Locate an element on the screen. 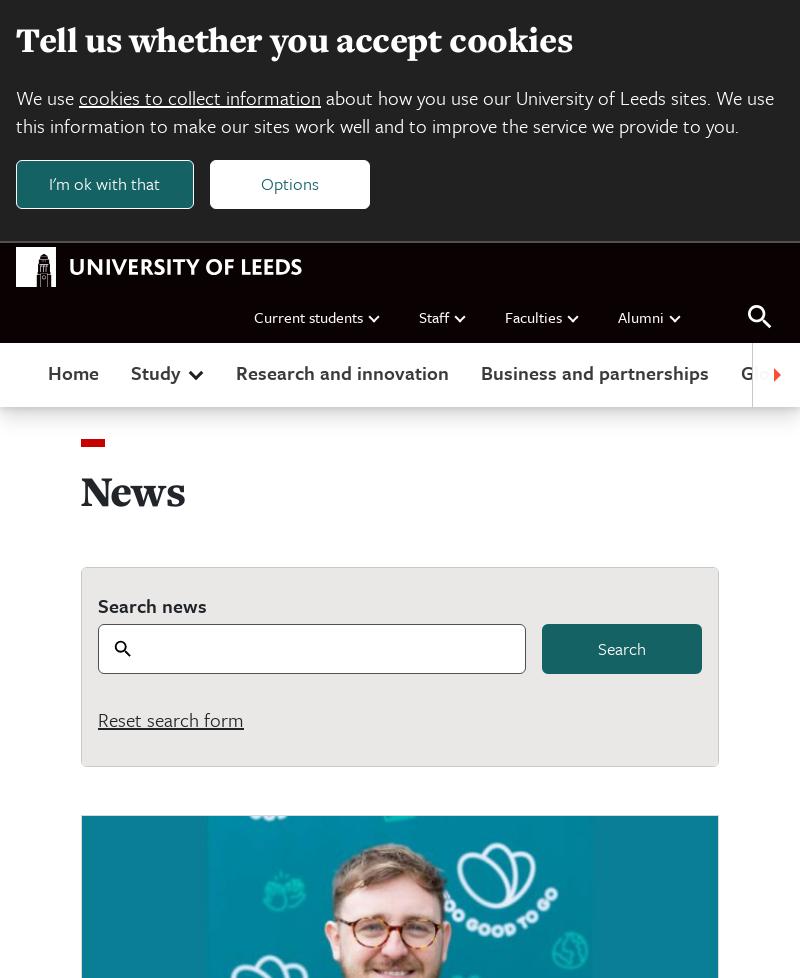  'Research and innovation' is located at coordinates (342, 370).